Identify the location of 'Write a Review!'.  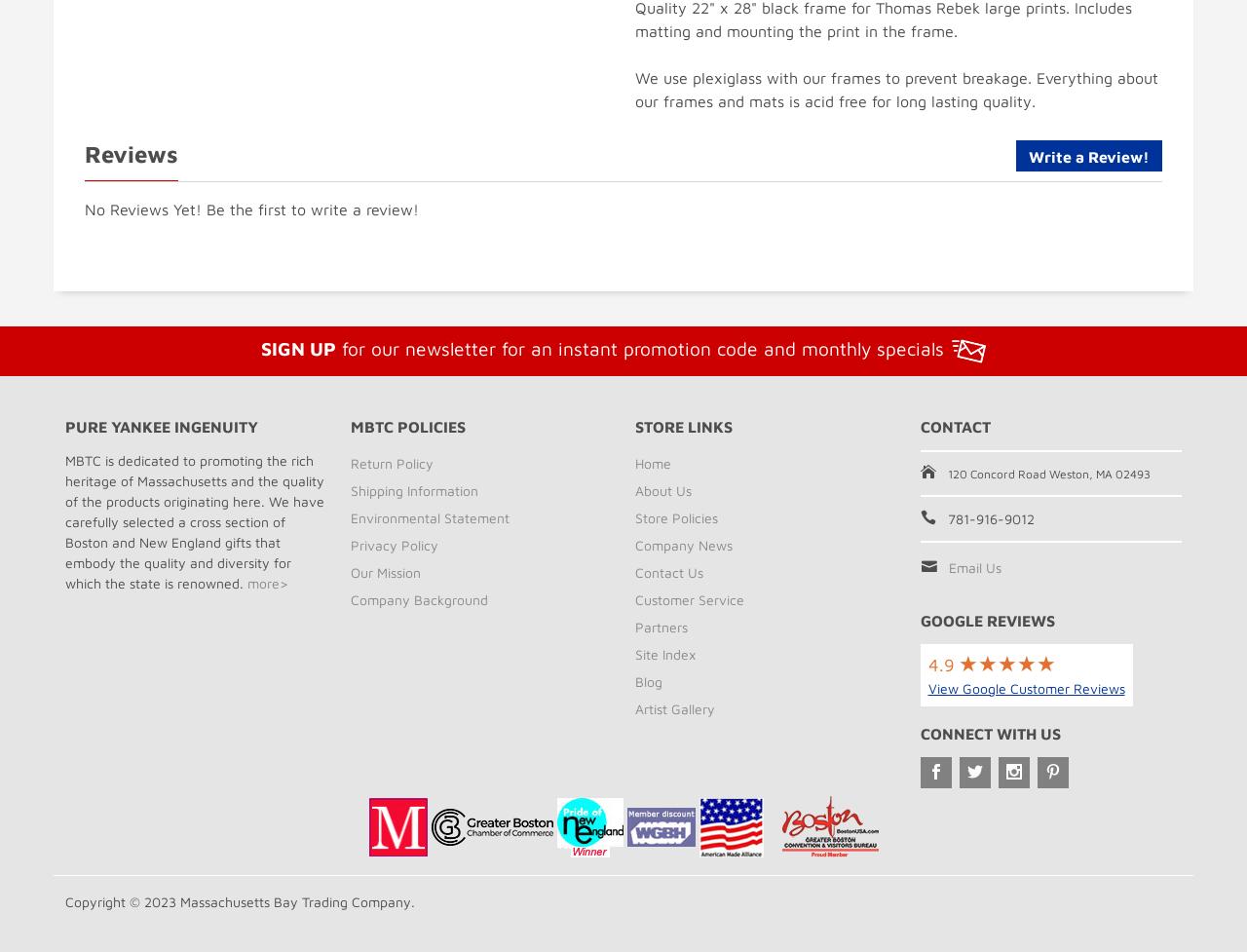
(1028, 156).